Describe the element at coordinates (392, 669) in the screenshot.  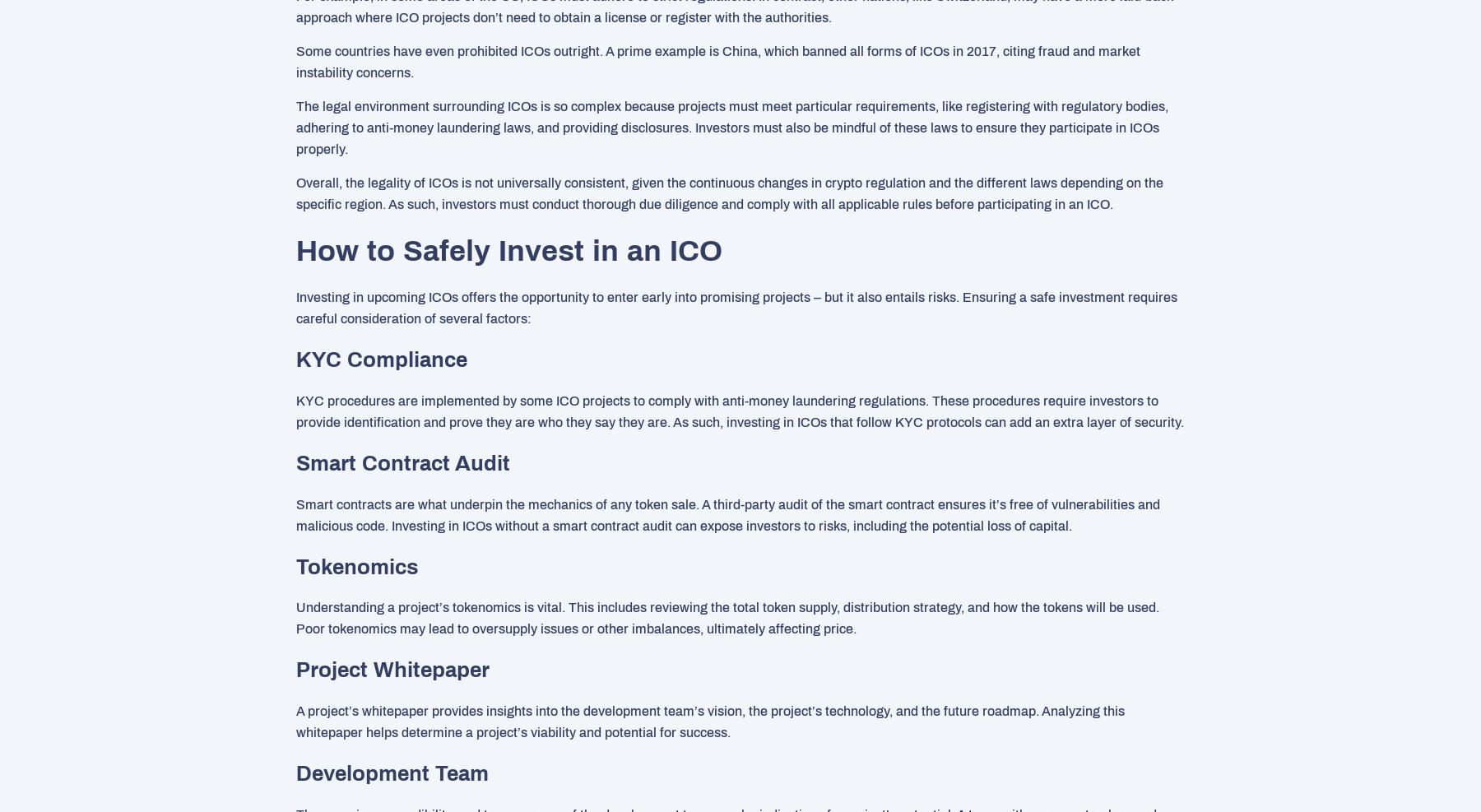
I see `'Project Whitepaper'` at that location.